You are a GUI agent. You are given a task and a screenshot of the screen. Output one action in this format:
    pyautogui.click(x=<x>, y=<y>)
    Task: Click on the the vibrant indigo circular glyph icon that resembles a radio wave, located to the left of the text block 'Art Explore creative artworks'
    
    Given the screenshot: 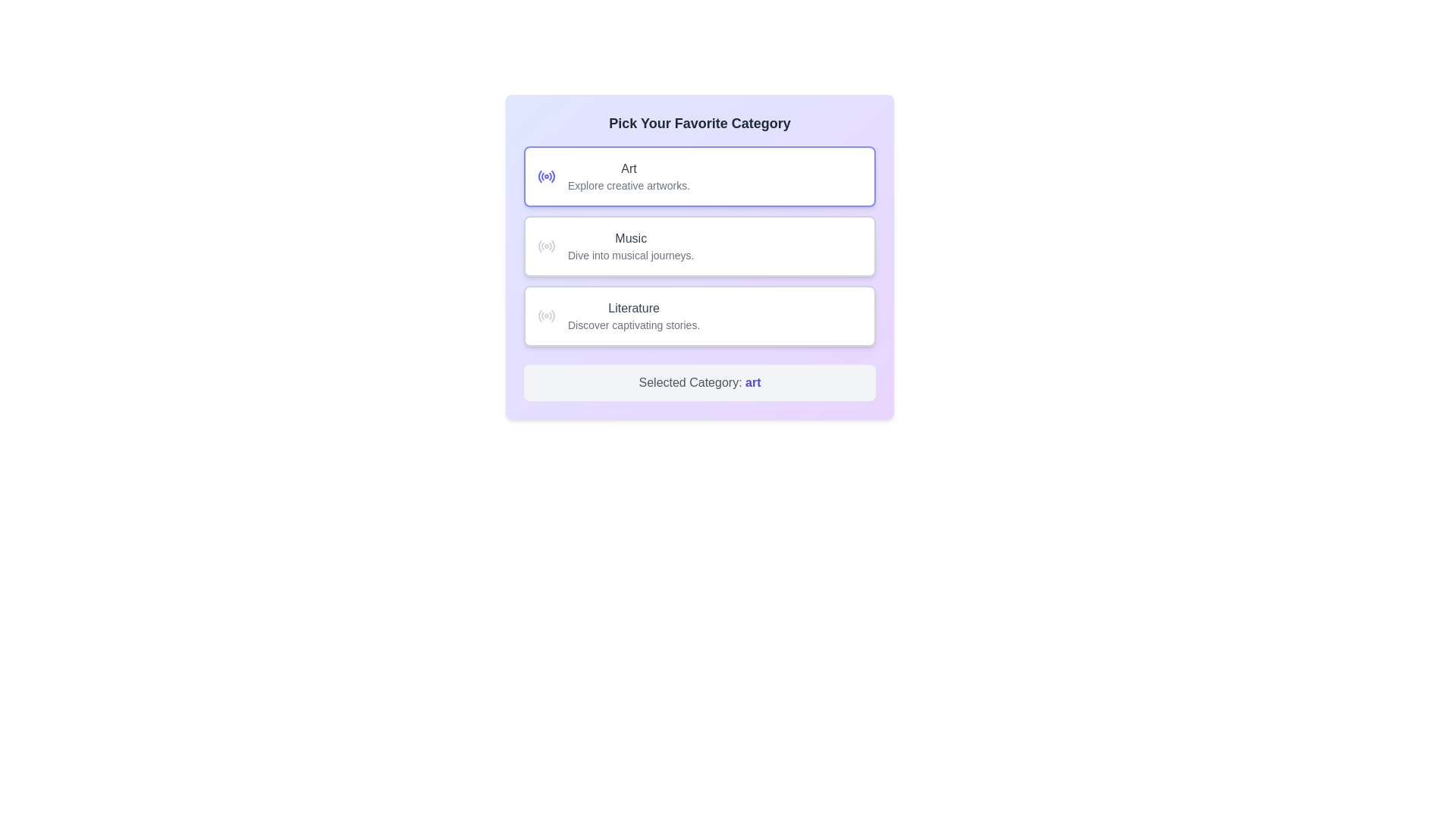 What is the action you would take?
    pyautogui.click(x=546, y=175)
    